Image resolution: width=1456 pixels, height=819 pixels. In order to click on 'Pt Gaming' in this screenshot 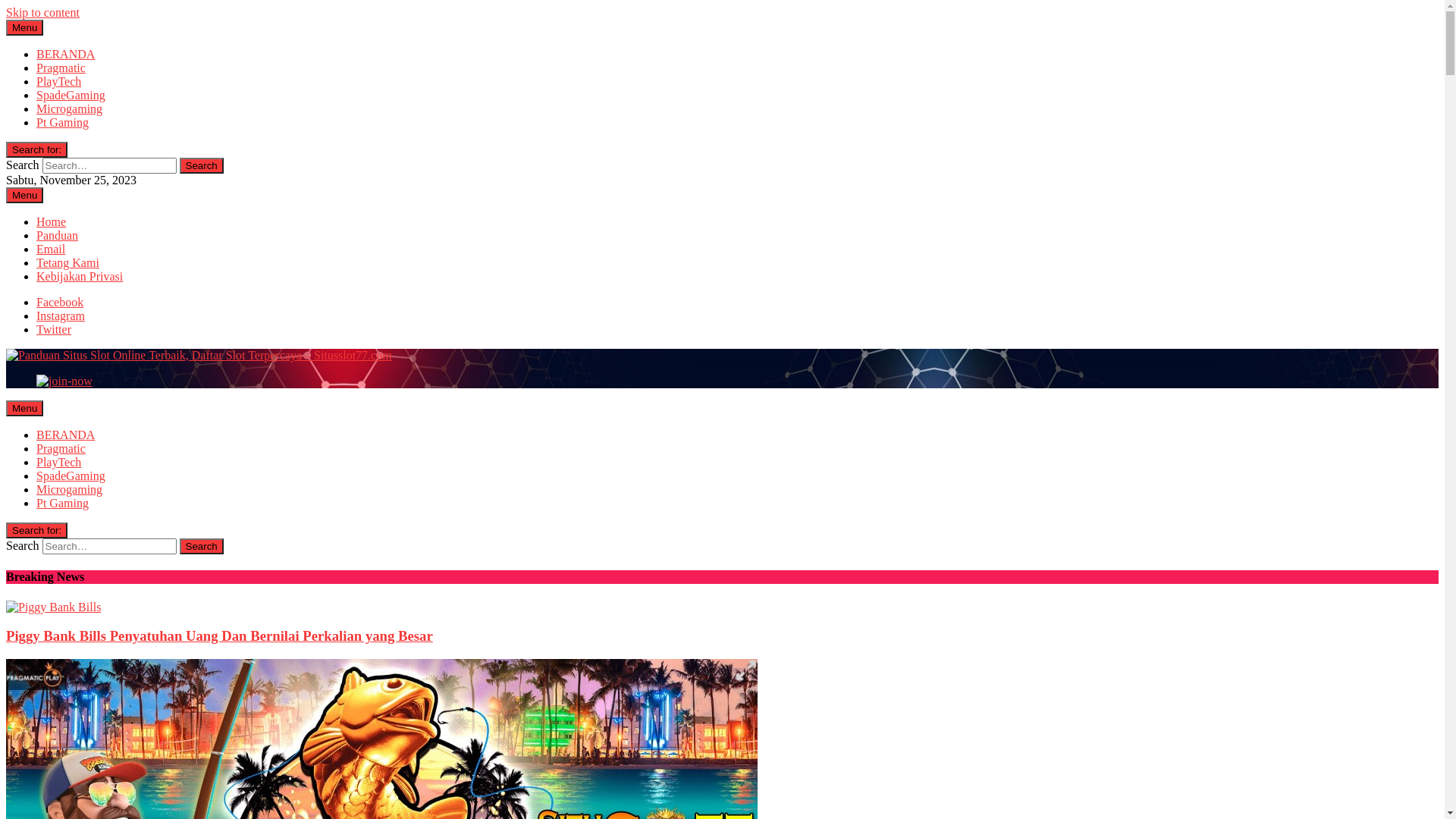, I will do `click(61, 121)`.